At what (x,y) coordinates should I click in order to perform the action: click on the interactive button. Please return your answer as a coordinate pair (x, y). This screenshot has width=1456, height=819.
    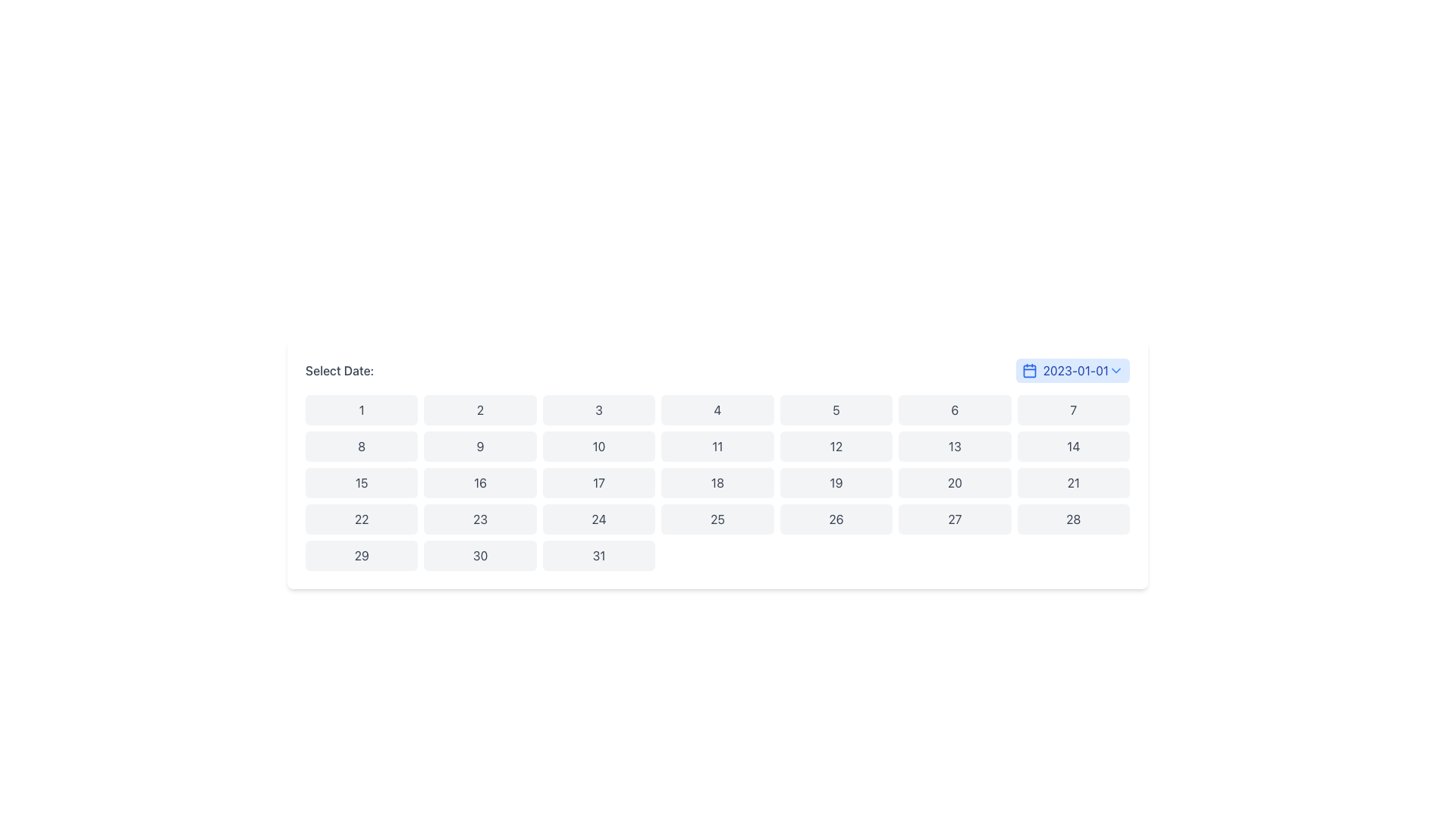
    Looking at the image, I should click on (1072, 482).